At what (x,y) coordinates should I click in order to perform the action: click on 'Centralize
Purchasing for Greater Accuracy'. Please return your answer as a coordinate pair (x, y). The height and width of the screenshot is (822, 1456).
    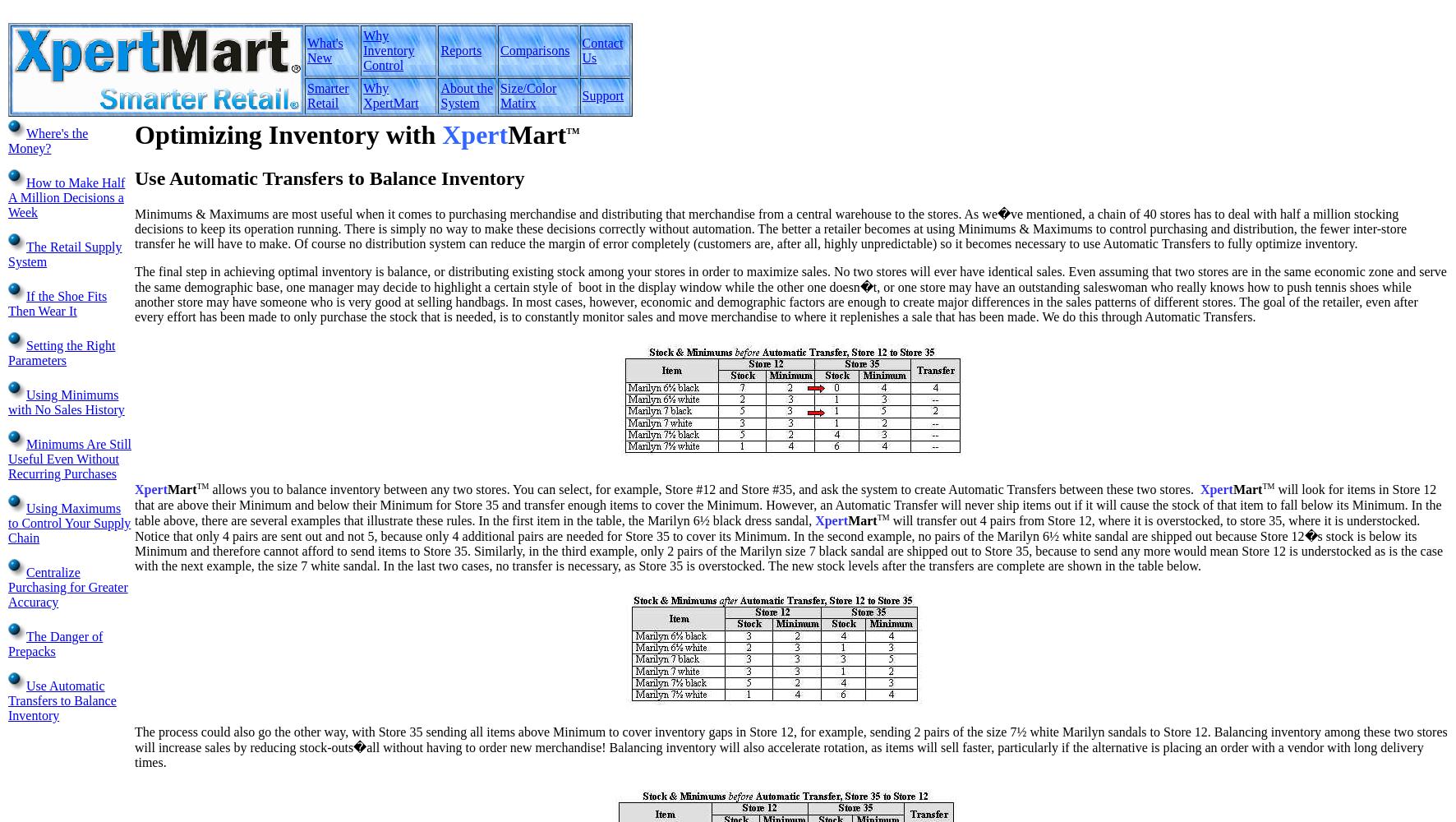
    Looking at the image, I should click on (67, 586).